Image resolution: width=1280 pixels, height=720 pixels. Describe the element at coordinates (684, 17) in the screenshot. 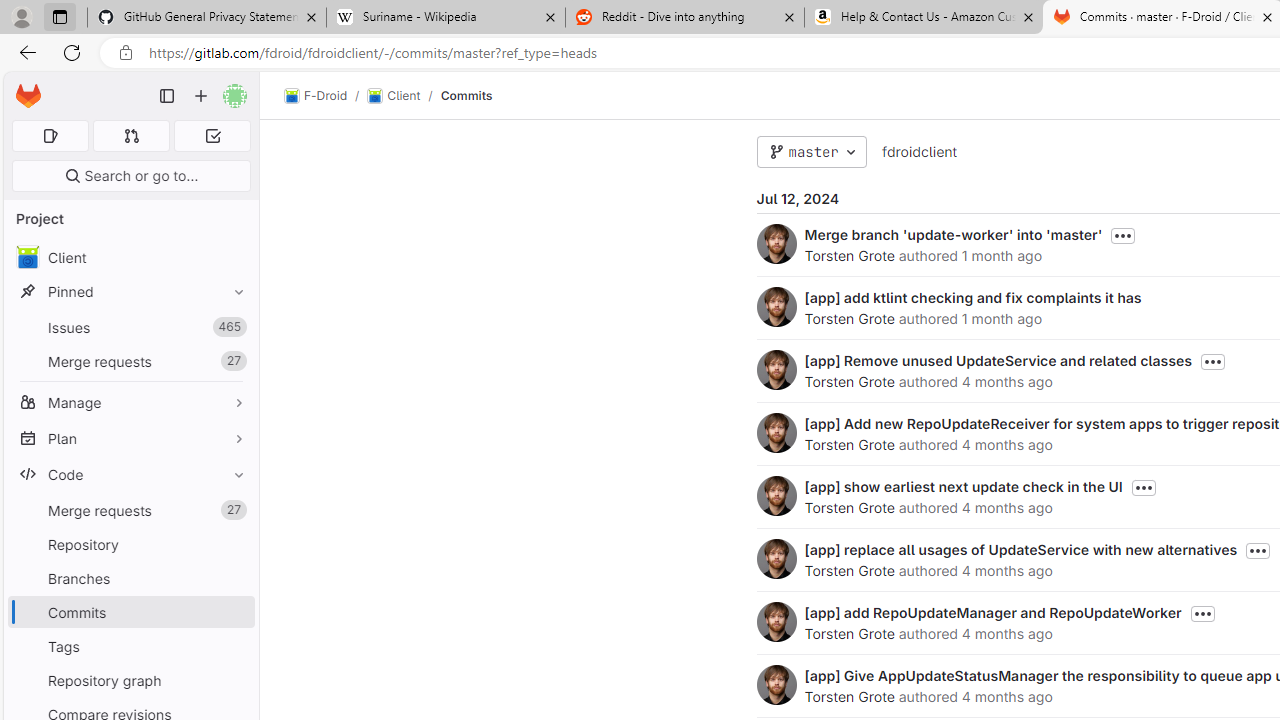

I see `'Reddit - Dive into anything'` at that location.